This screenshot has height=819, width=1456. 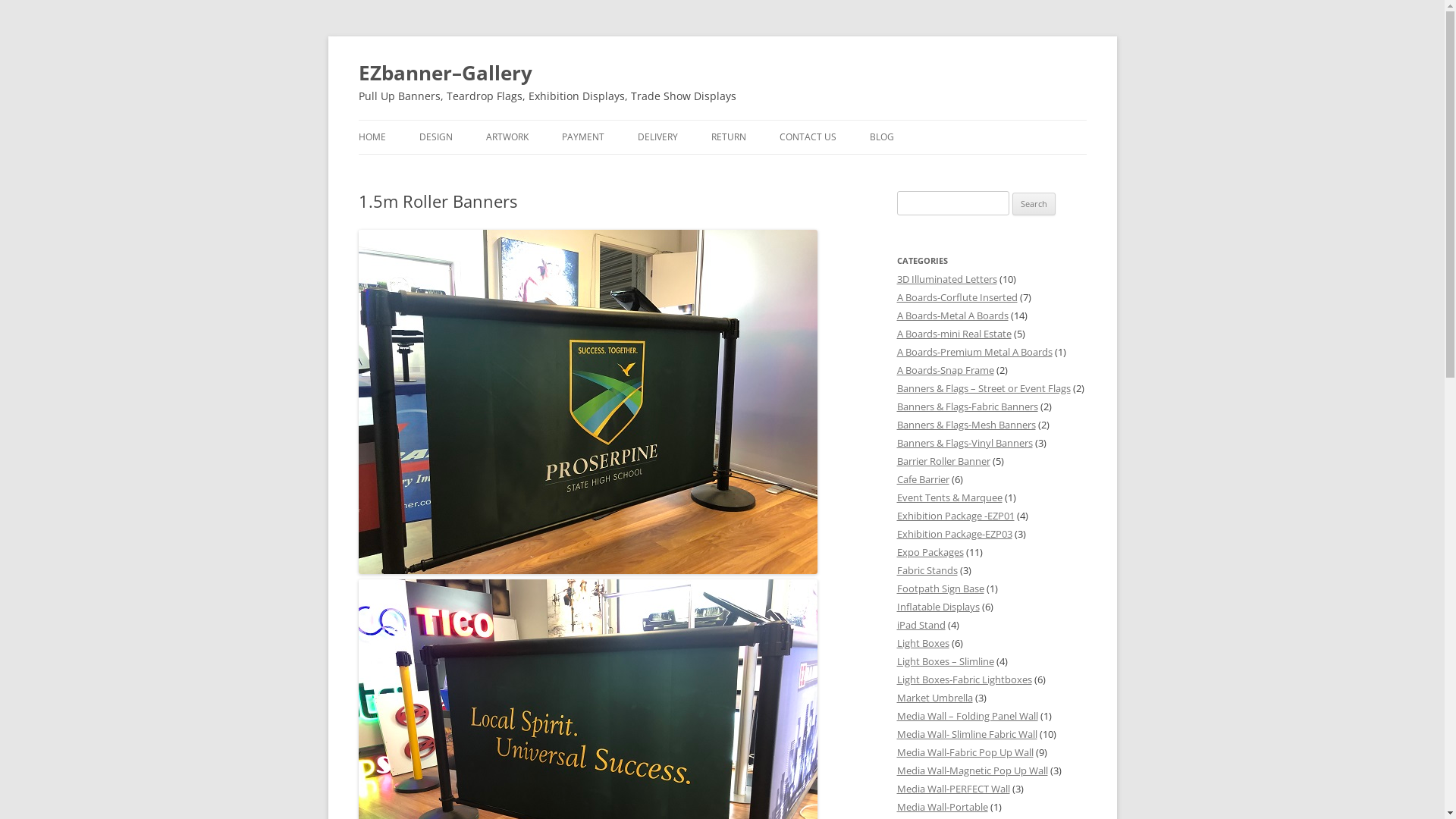 What do you see at coordinates (896, 605) in the screenshot?
I see `'Inflatable Displays'` at bounding box center [896, 605].